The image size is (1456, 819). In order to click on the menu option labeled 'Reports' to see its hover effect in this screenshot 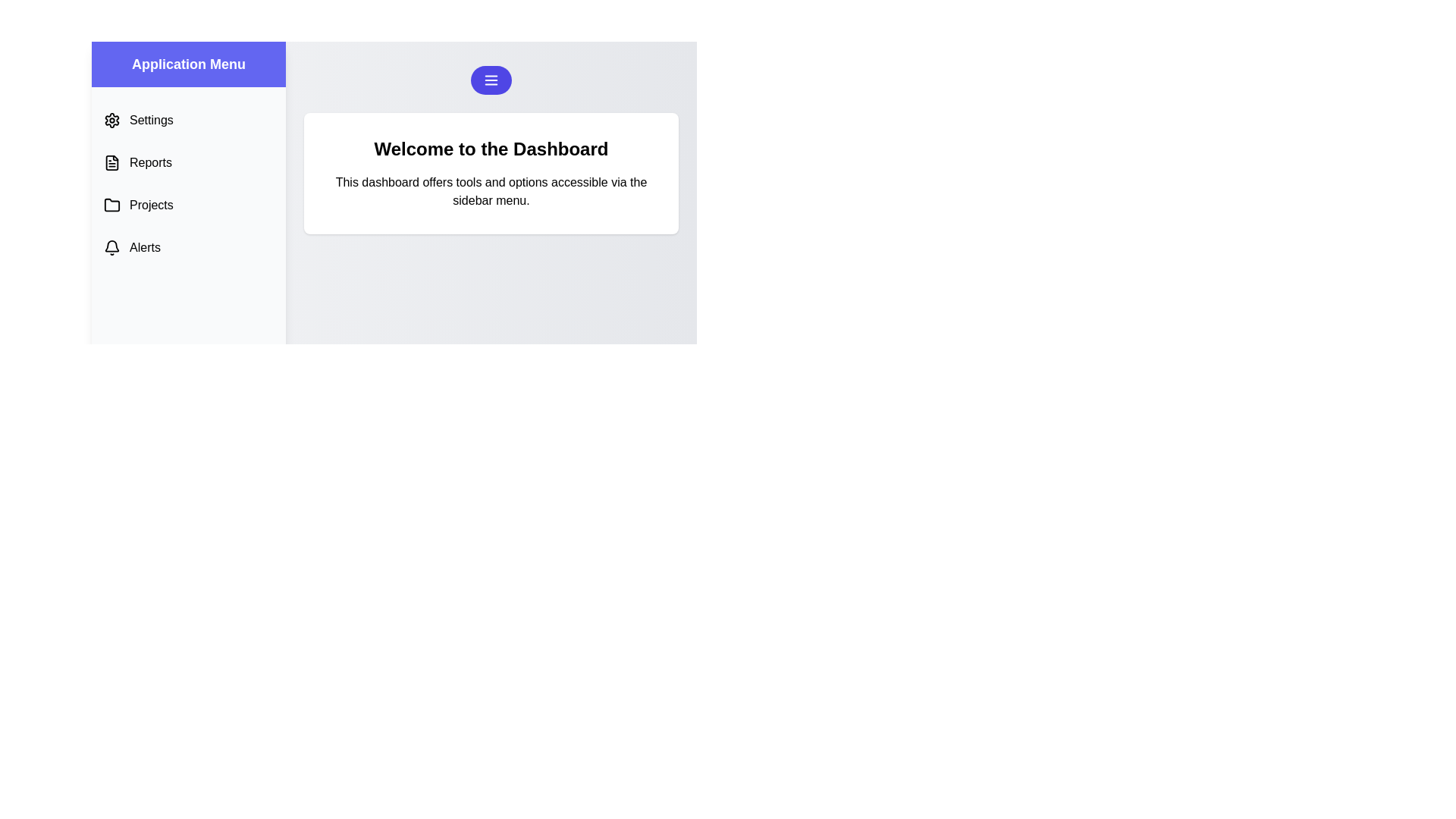, I will do `click(188, 163)`.